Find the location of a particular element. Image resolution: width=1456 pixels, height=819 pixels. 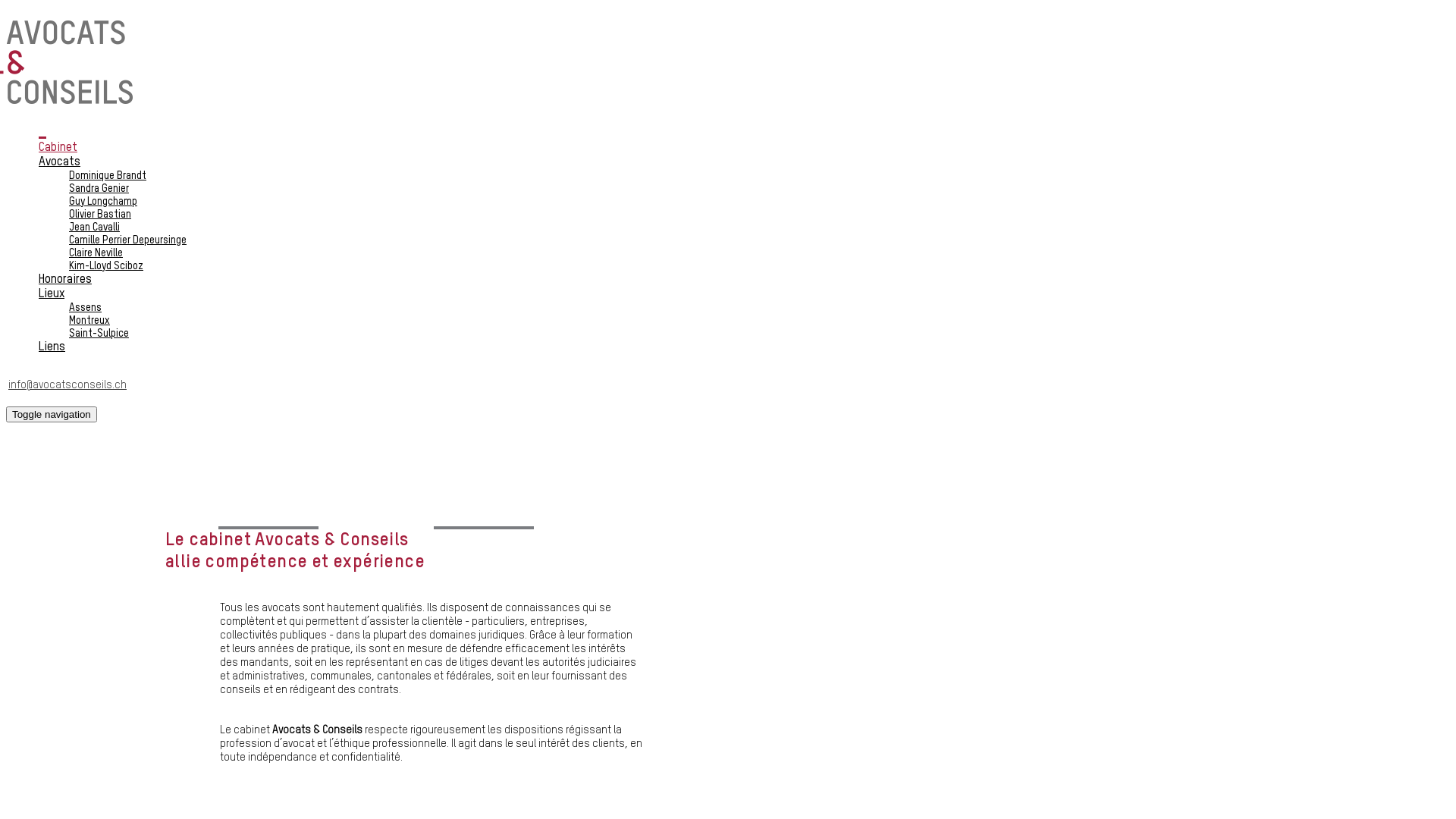

'Guy Longchamp' is located at coordinates (102, 201).